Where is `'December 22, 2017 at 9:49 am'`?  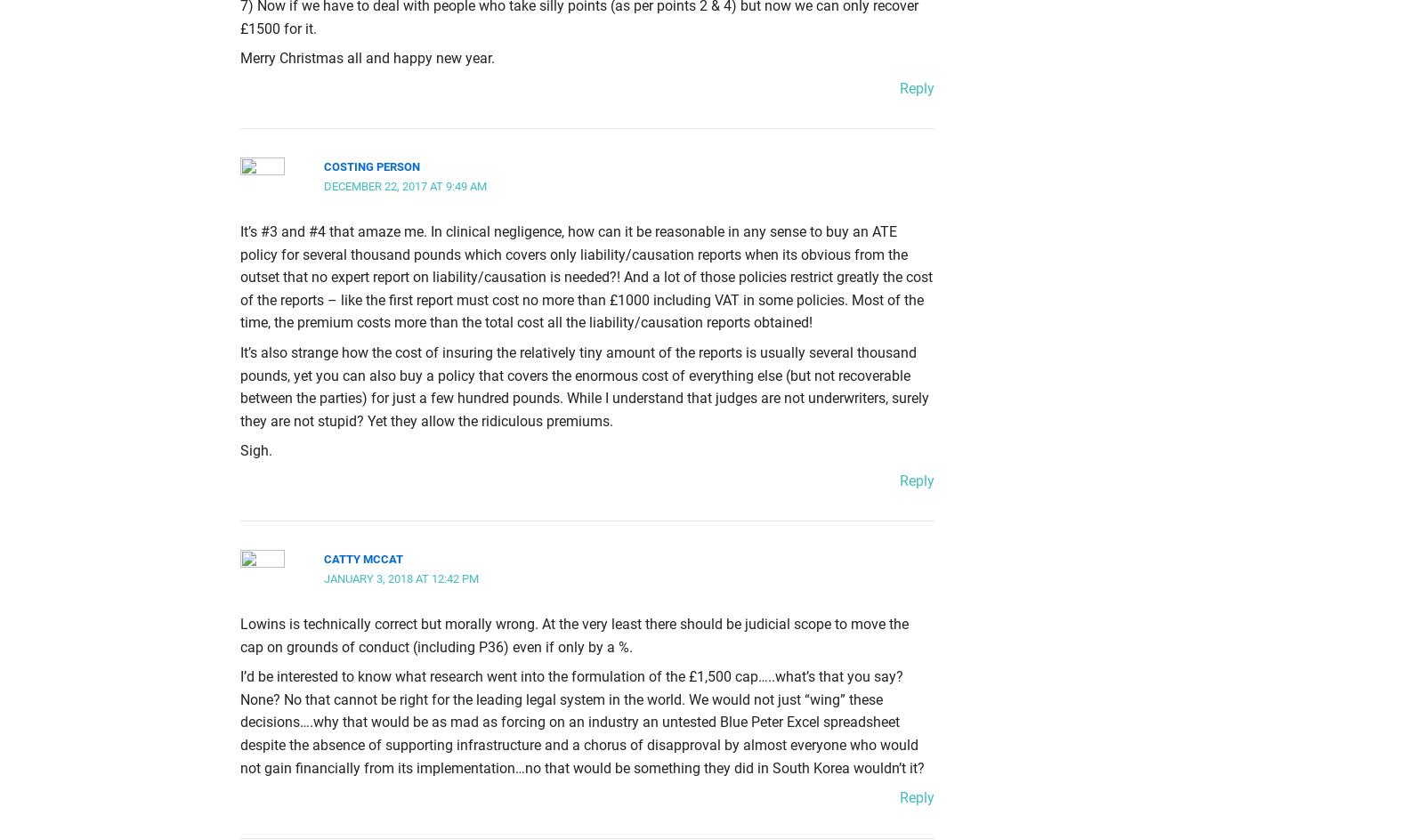
'December 22, 2017 at 9:49 am' is located at coordinates (404, 185).